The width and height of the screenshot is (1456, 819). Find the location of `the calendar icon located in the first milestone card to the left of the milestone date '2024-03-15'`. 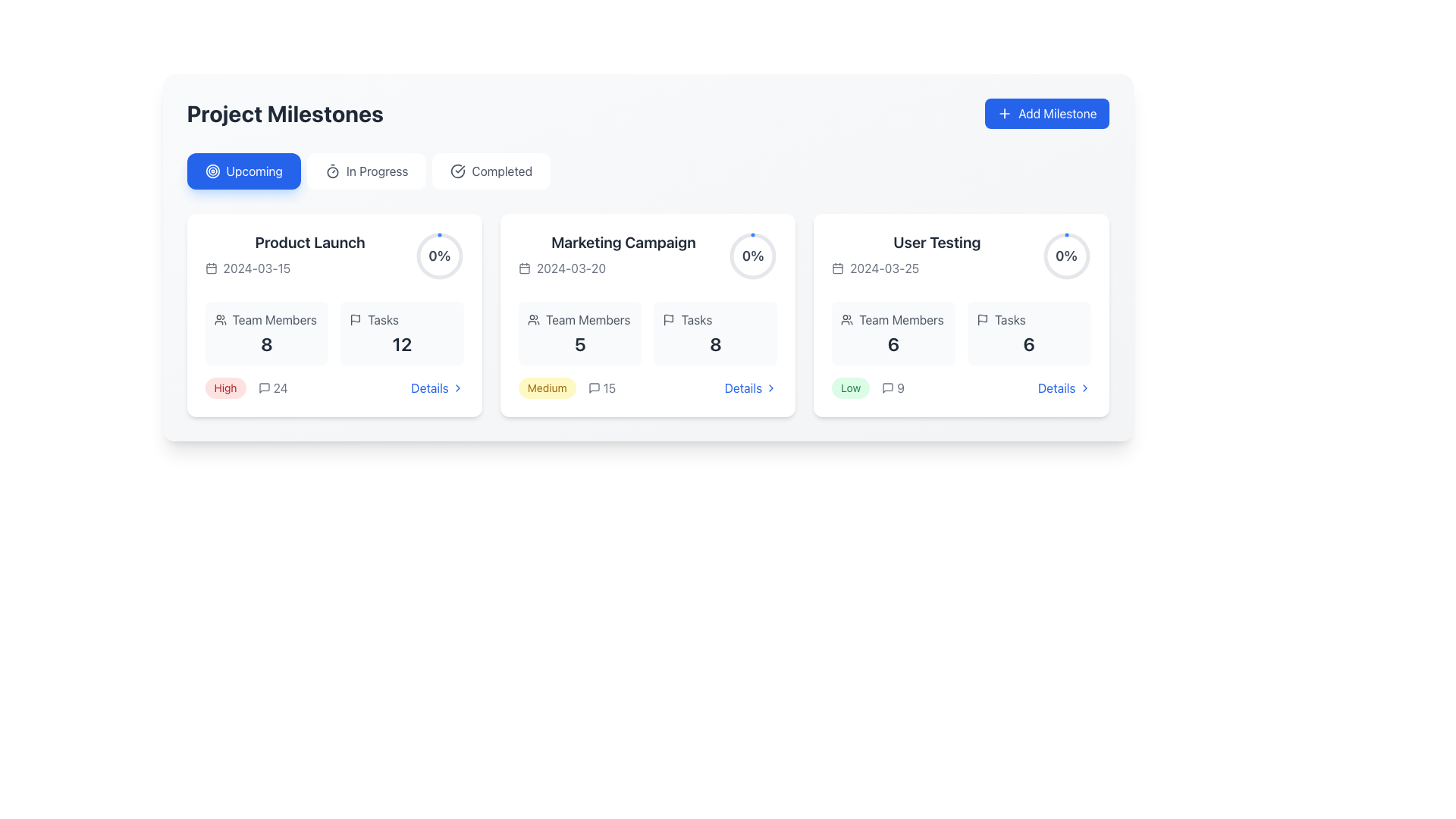

the calendar icon located in the first milestone card to the left of the milestone date '2024-03-15' is located at coordinates (210, 268).